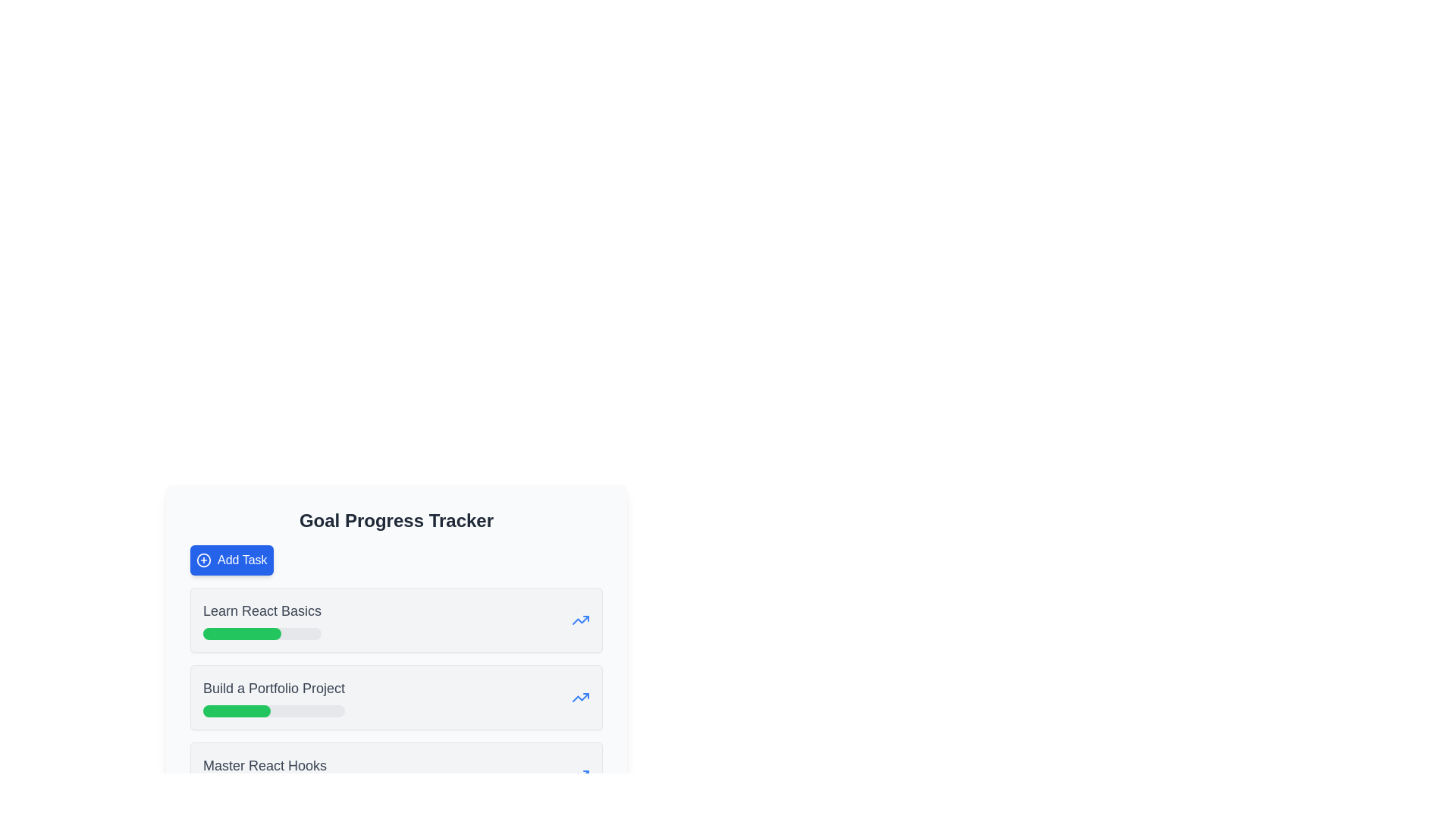 Image resolution: width=1456 pixels, height=819 pixels. I want to click on the first progress bar element in the 'Goal Progress Tracker' section, which is styled with a light gray background and a green filled portion, indicating progress, so click(262, 634).